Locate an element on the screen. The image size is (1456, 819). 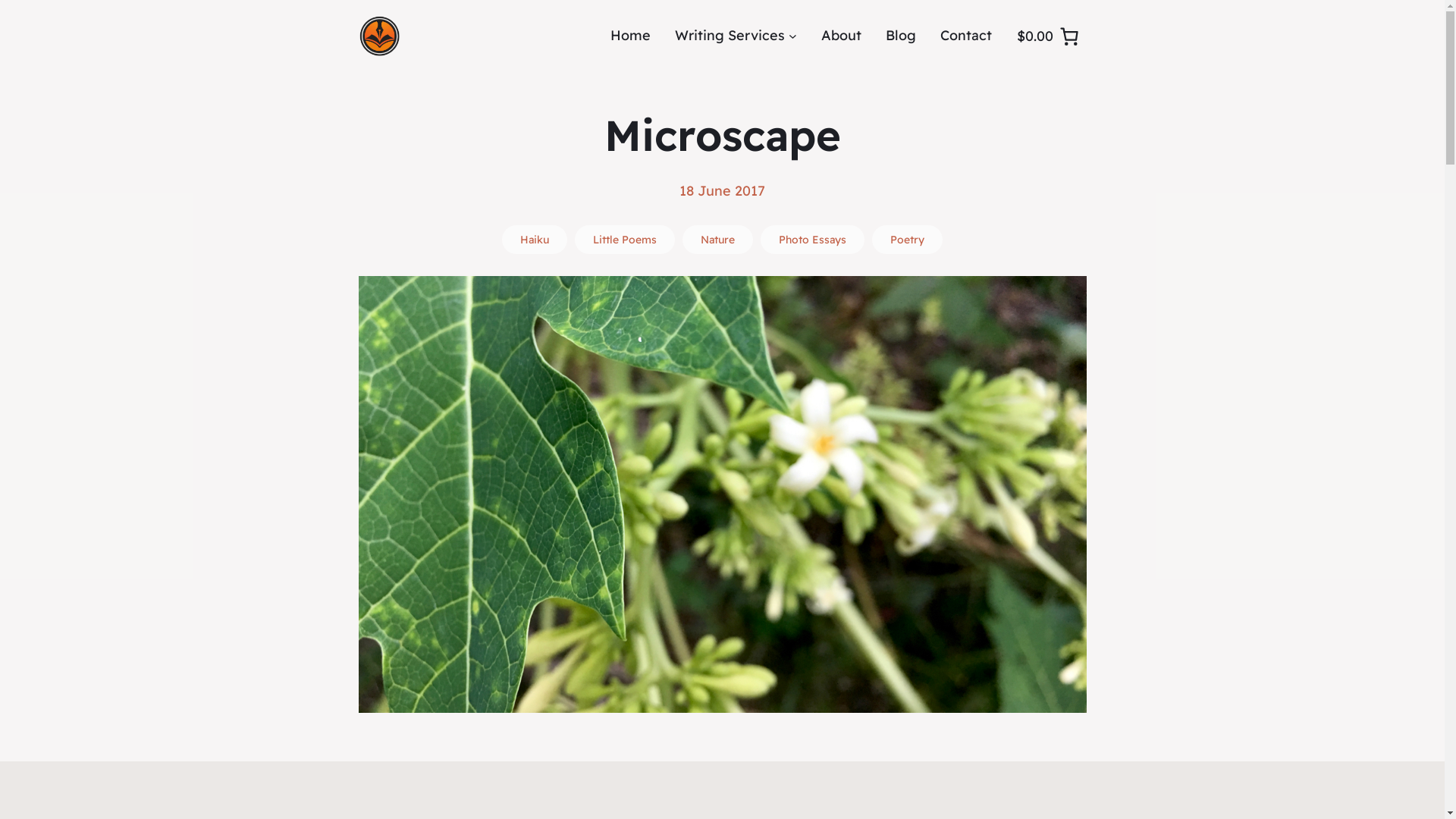
'Writing Services' is located at coordinates (730, 35).